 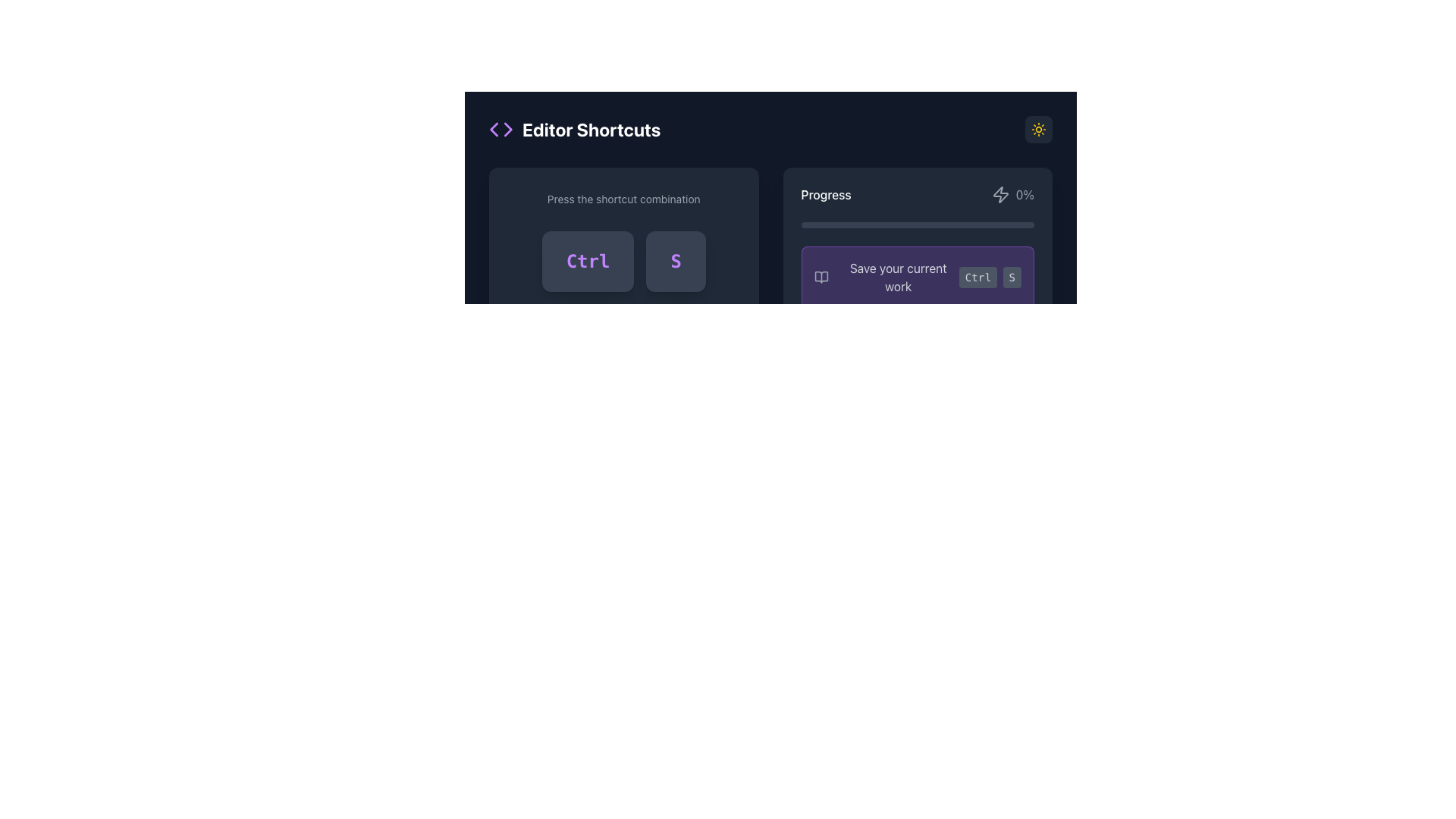 I want to click on the programming icon positioned to the left of the 'Editor Shortcuts' title, so click(x=501, y=128).